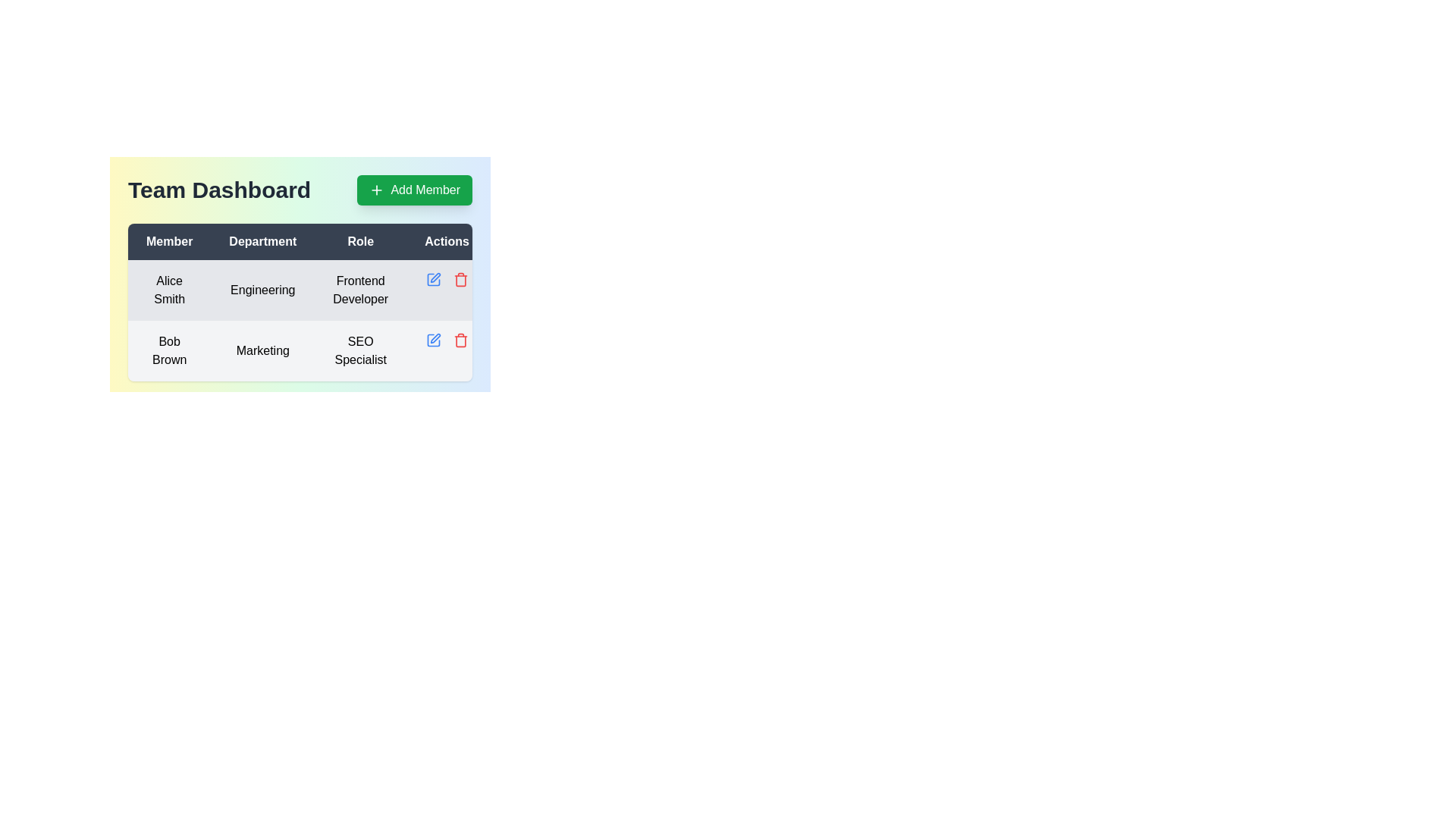 The width and height of the screenshot is (1456, 819). Describe the element at coordinates (377, 189) in the screenshot. I see `the circular '+' icon with a green background located at the top-right corner of the 'Team Dashboard' interface` at that location.